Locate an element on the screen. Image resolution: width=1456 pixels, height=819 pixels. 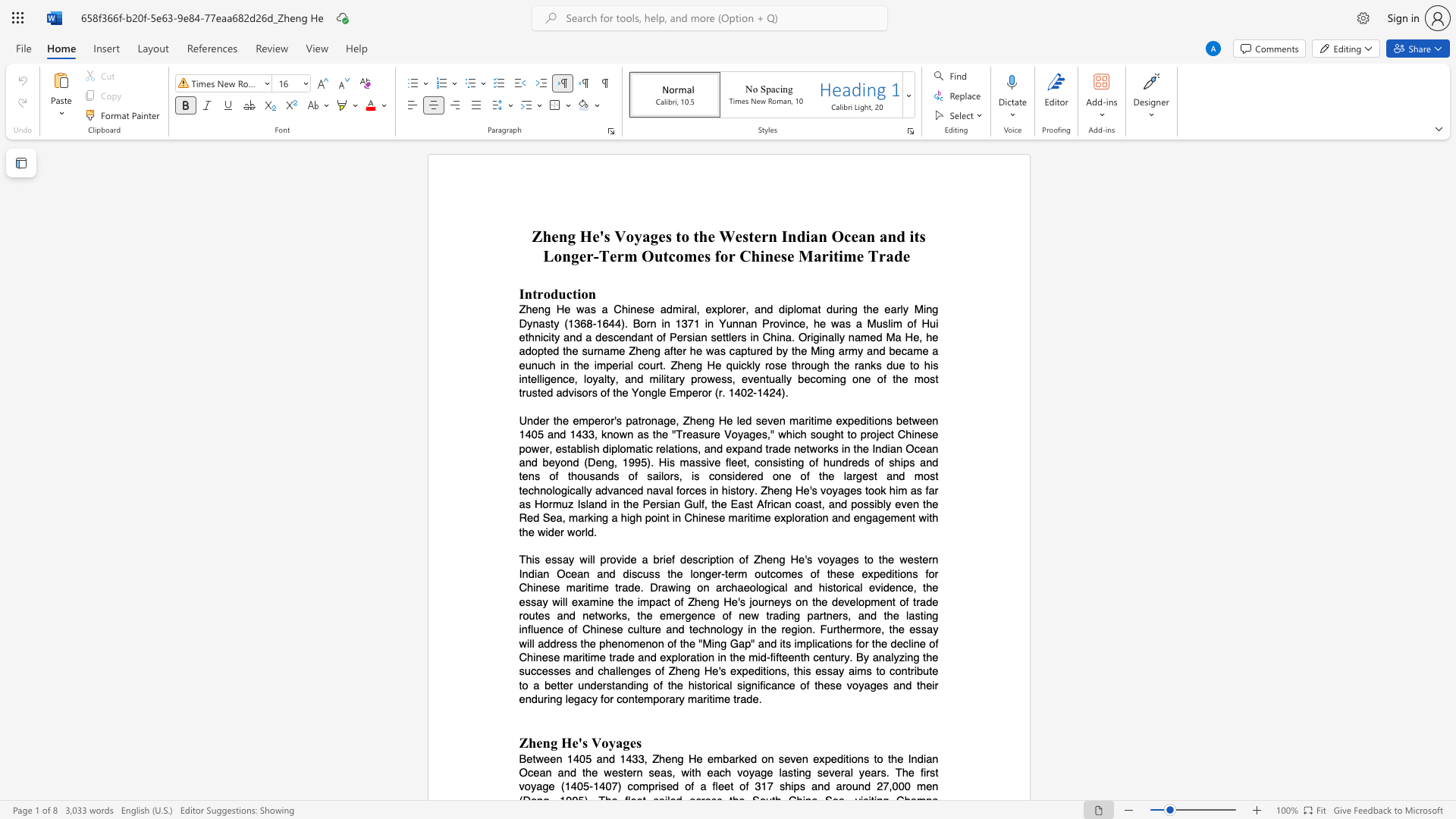
the subset text "s Voya" within the text "Zheng He" is located at coordinates (582, 742).